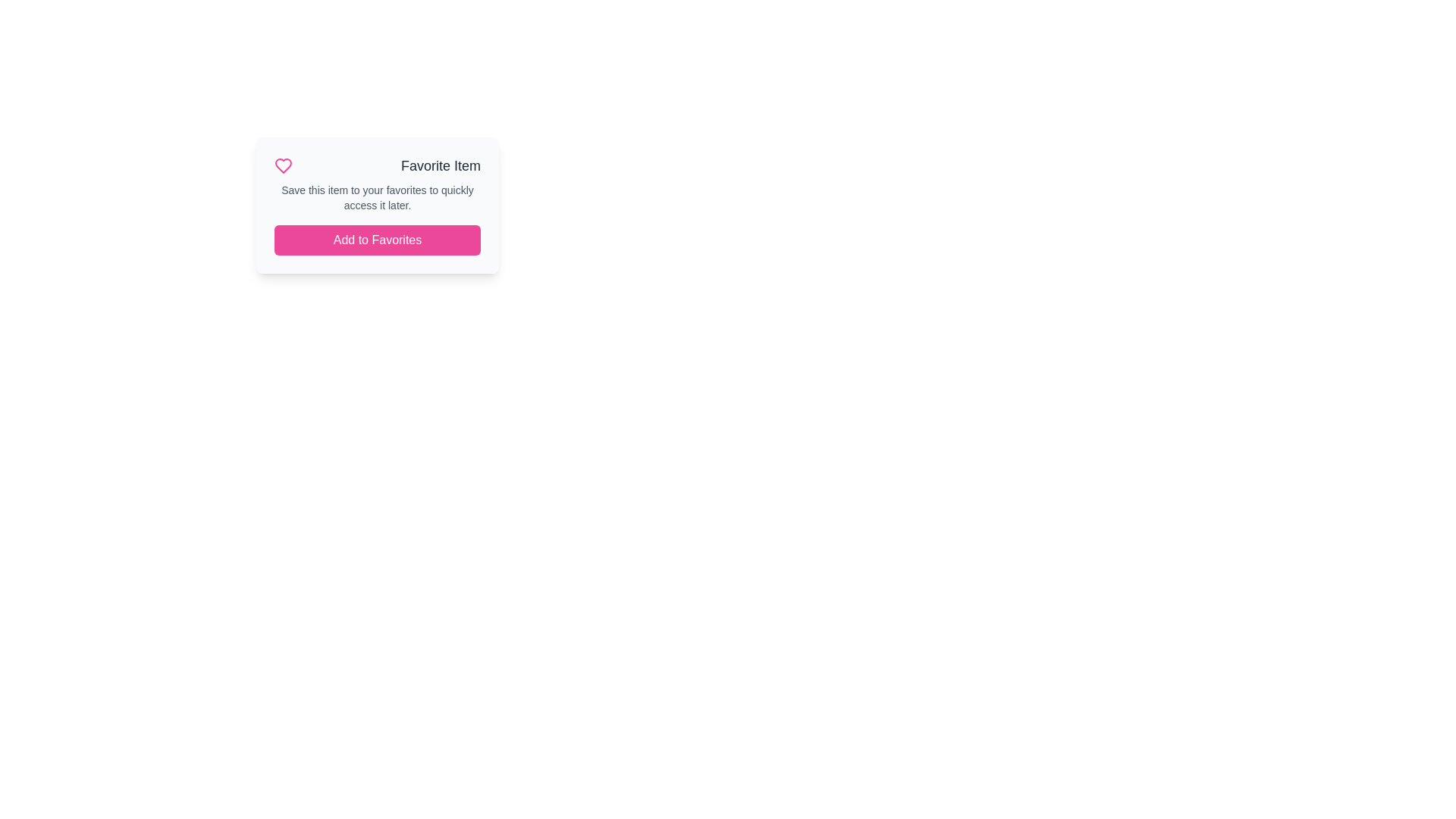 The image size is (1456, 819). I want to click on the state of the heart-shaped icon with a pink outline located near the text 'Favorite Item' to determine if it indicates a favoriting status, so click(284, 166).